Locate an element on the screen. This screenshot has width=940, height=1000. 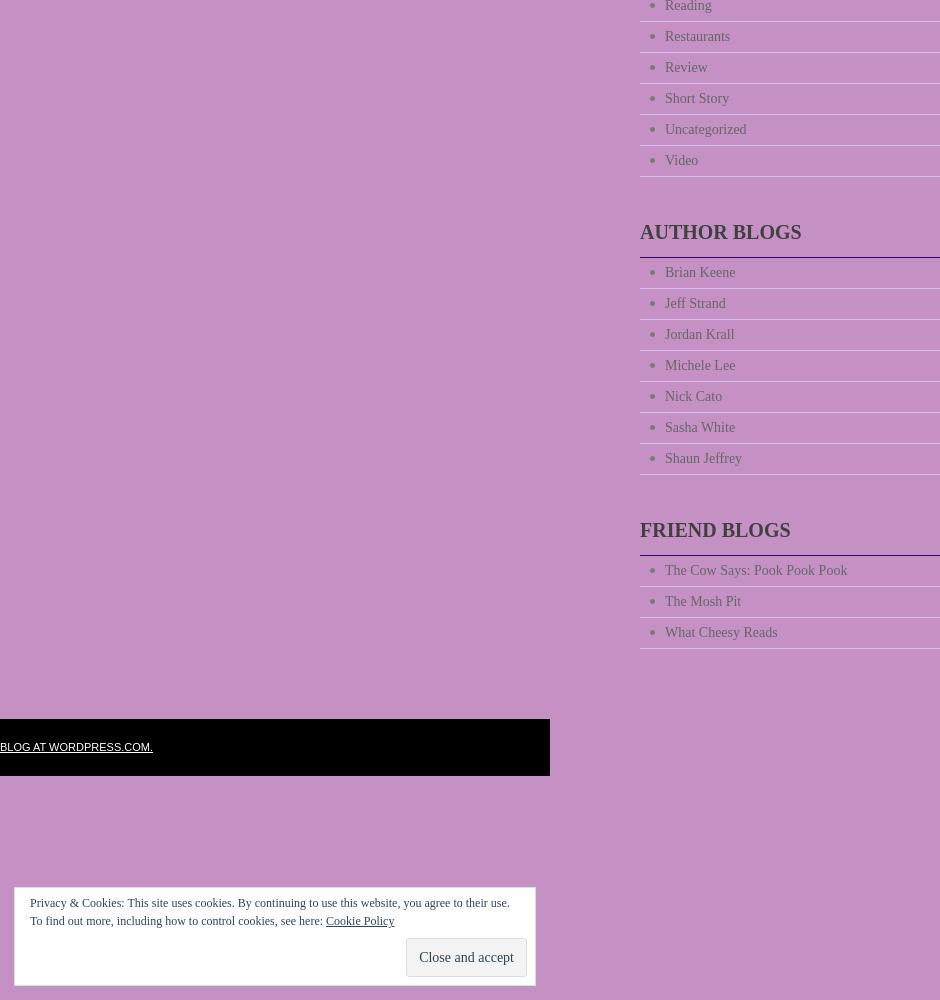
'Nick Cato' is located at coordinates (692, 396).